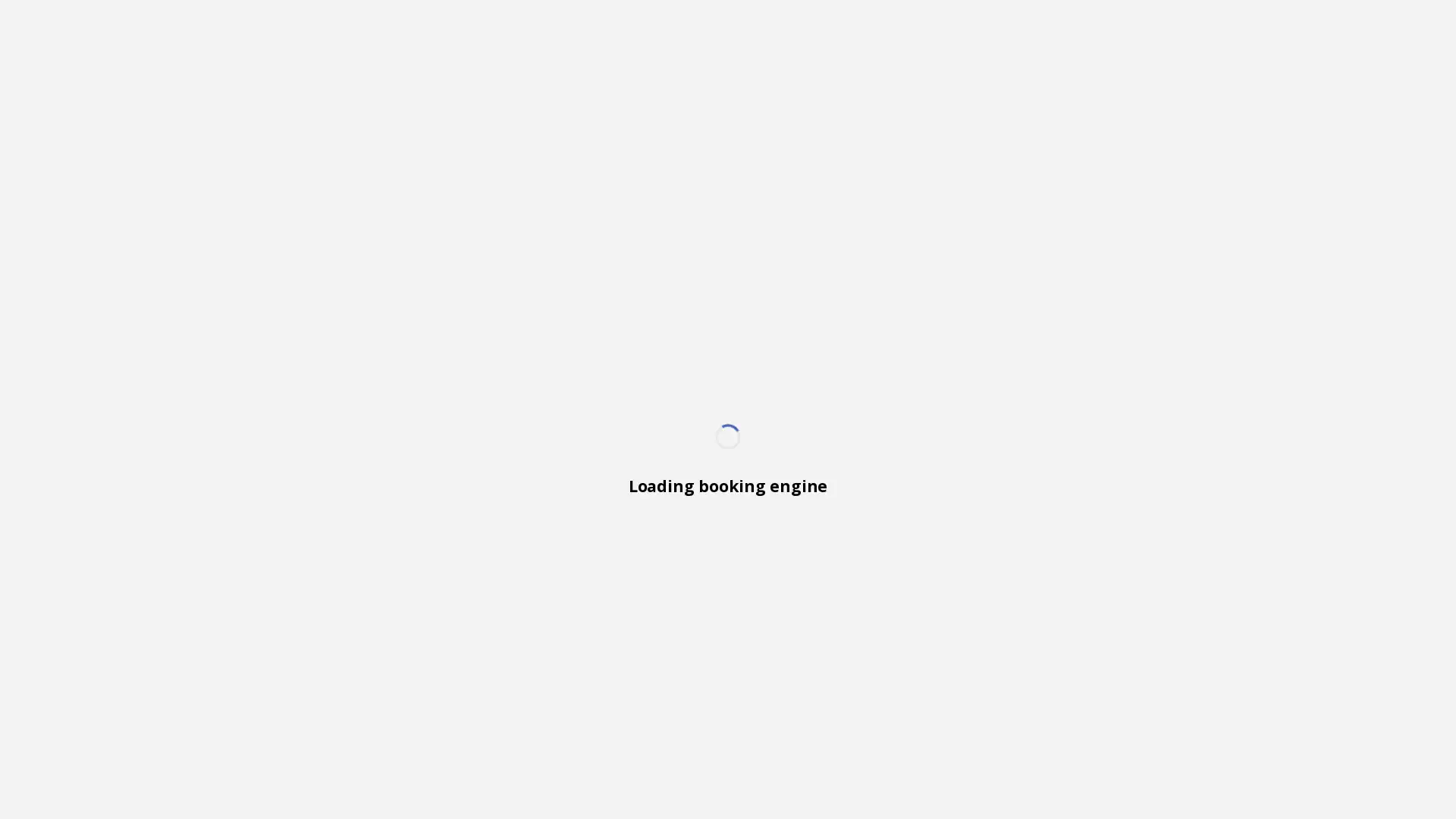  I want to click on No, adjust, so click(1367, 771).